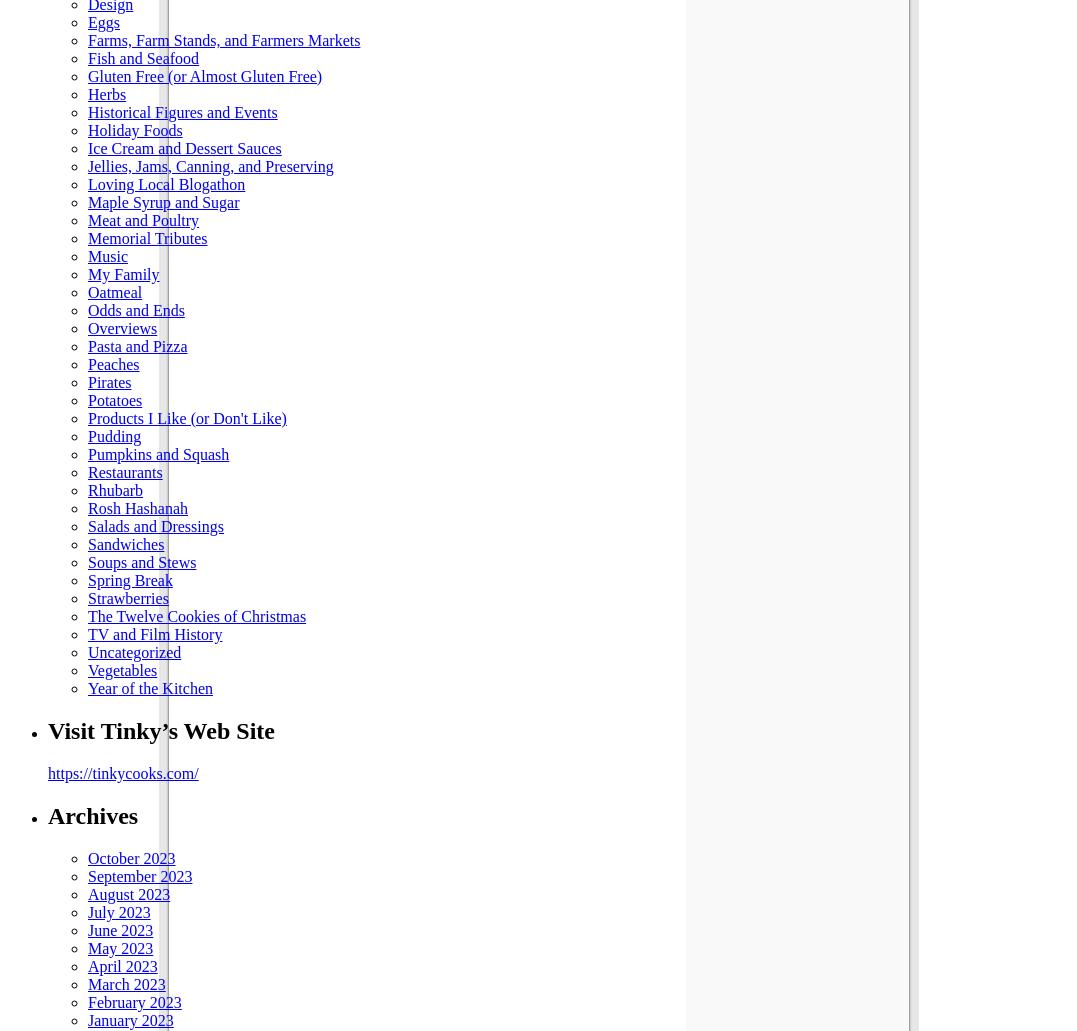  I want to click on 'Pirates', so click(86, 381).